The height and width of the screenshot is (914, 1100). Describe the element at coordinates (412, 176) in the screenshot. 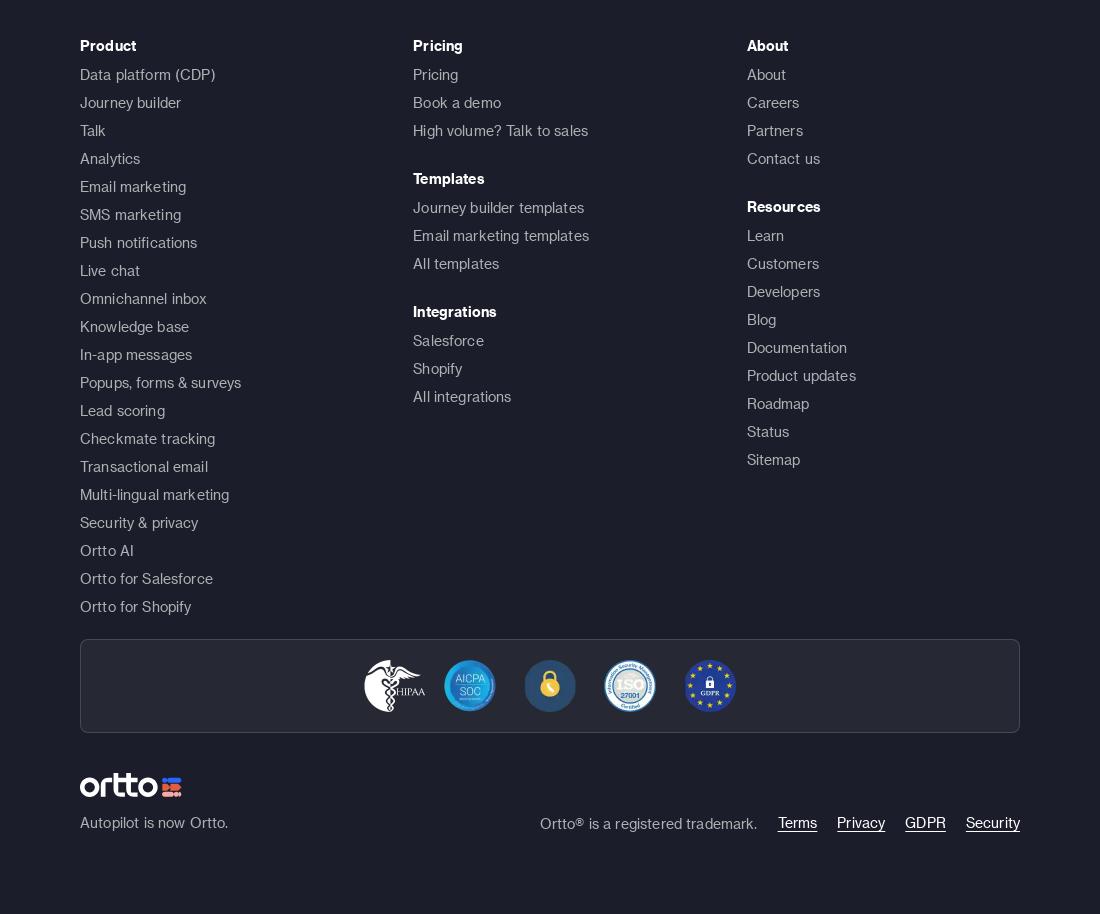

I see `'Templates'` at that location.